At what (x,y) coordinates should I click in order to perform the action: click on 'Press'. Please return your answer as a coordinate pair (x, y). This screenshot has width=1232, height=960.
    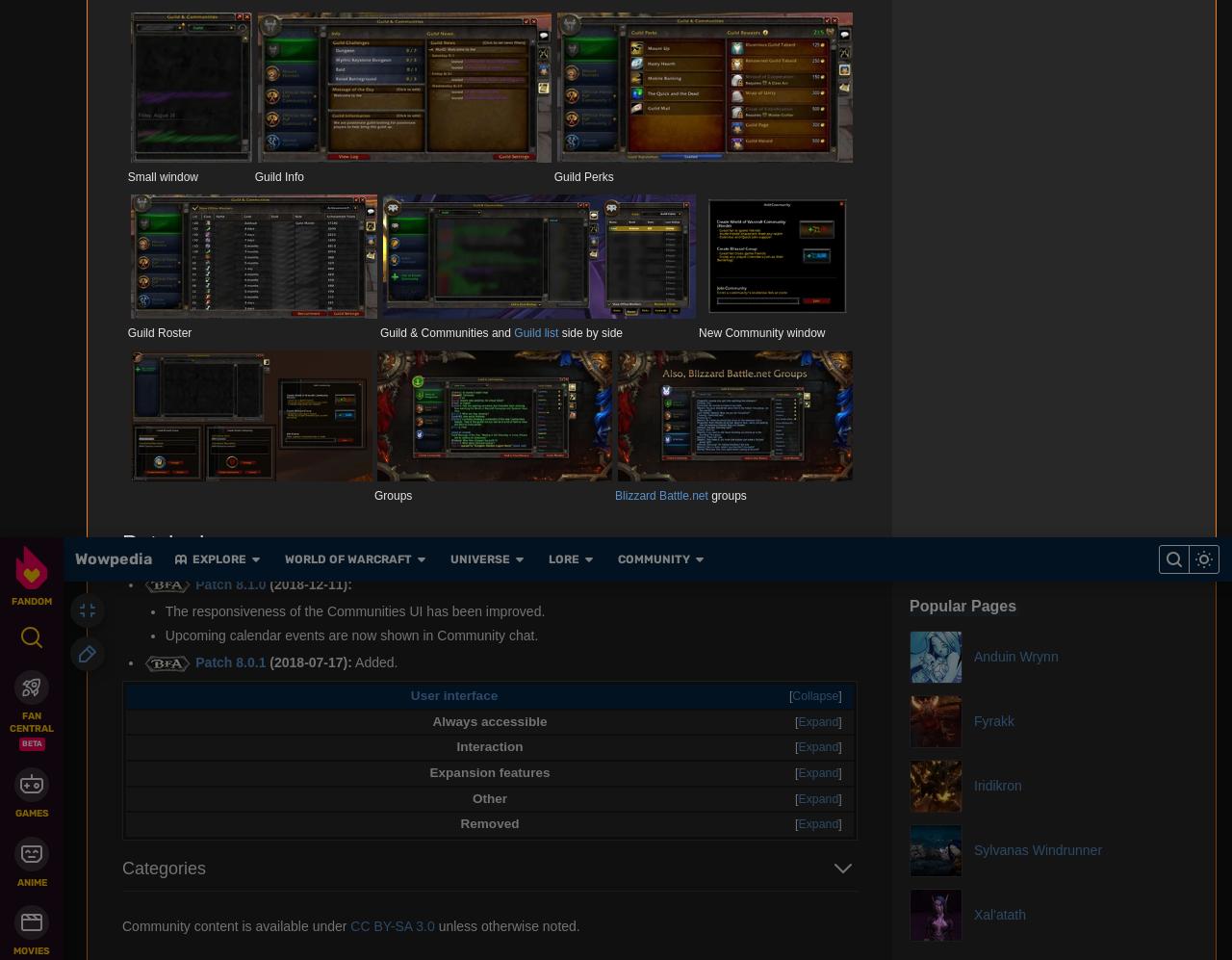
    Looking at the image, I should click on (432, 132).